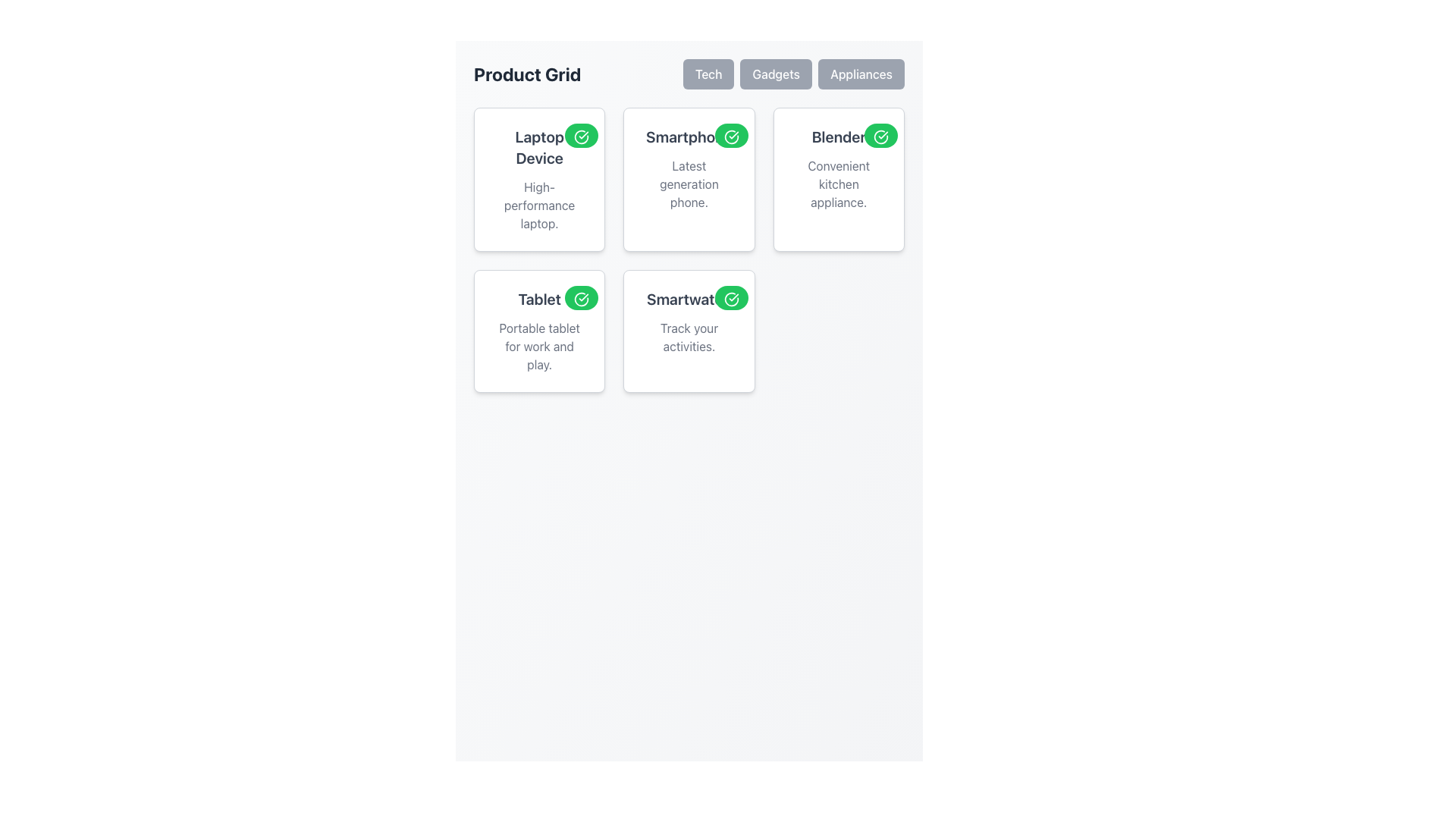 The image size is (1456, 819). What do you see at coordinates (776, 74) in the screenshot?
I see `the 'Gadgets' button, which is the second button in a group of three` at bounding box center [776, 74].